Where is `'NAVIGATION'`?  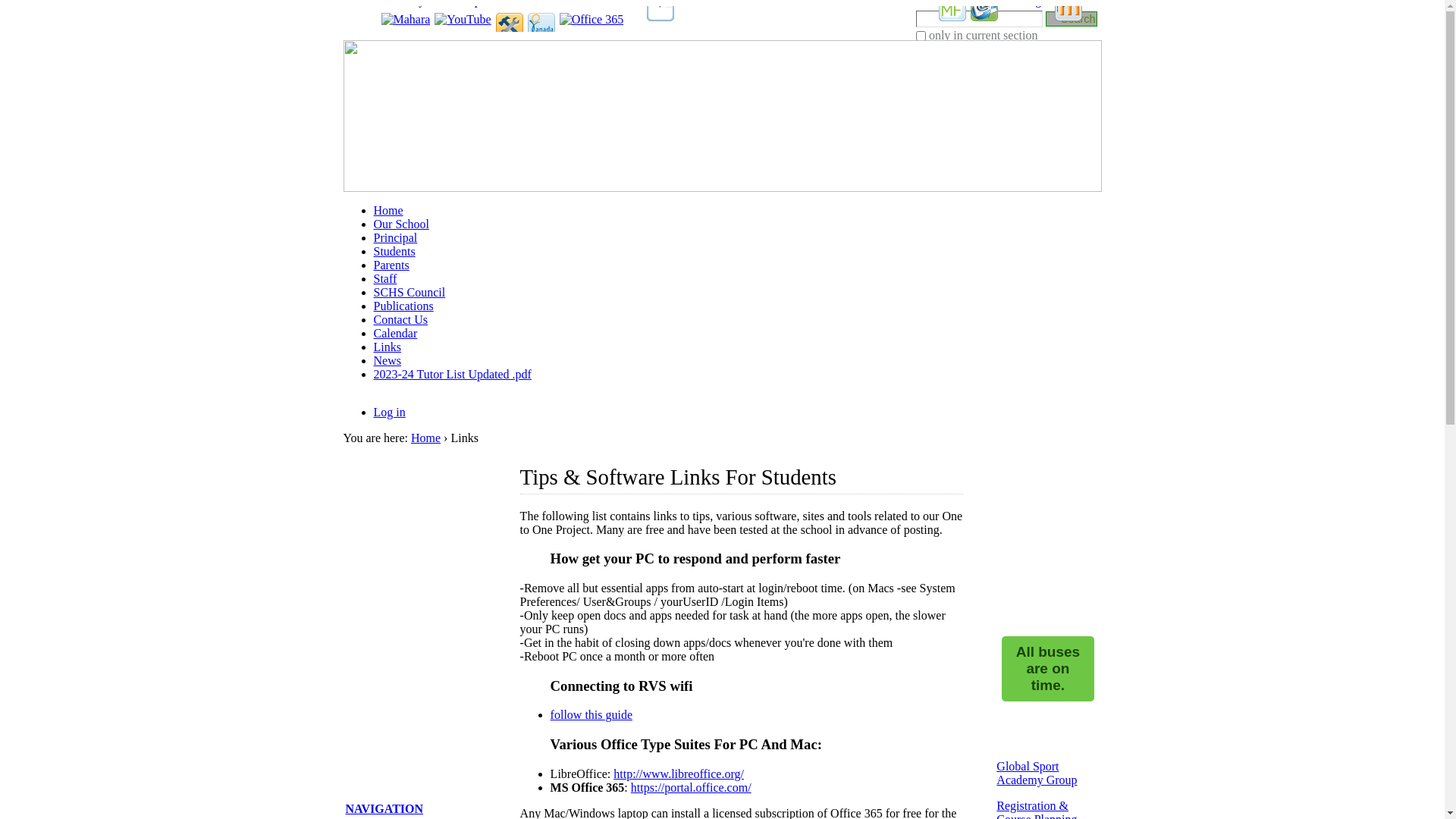
'NAVIGATION' is located at coordinates (345, 808).